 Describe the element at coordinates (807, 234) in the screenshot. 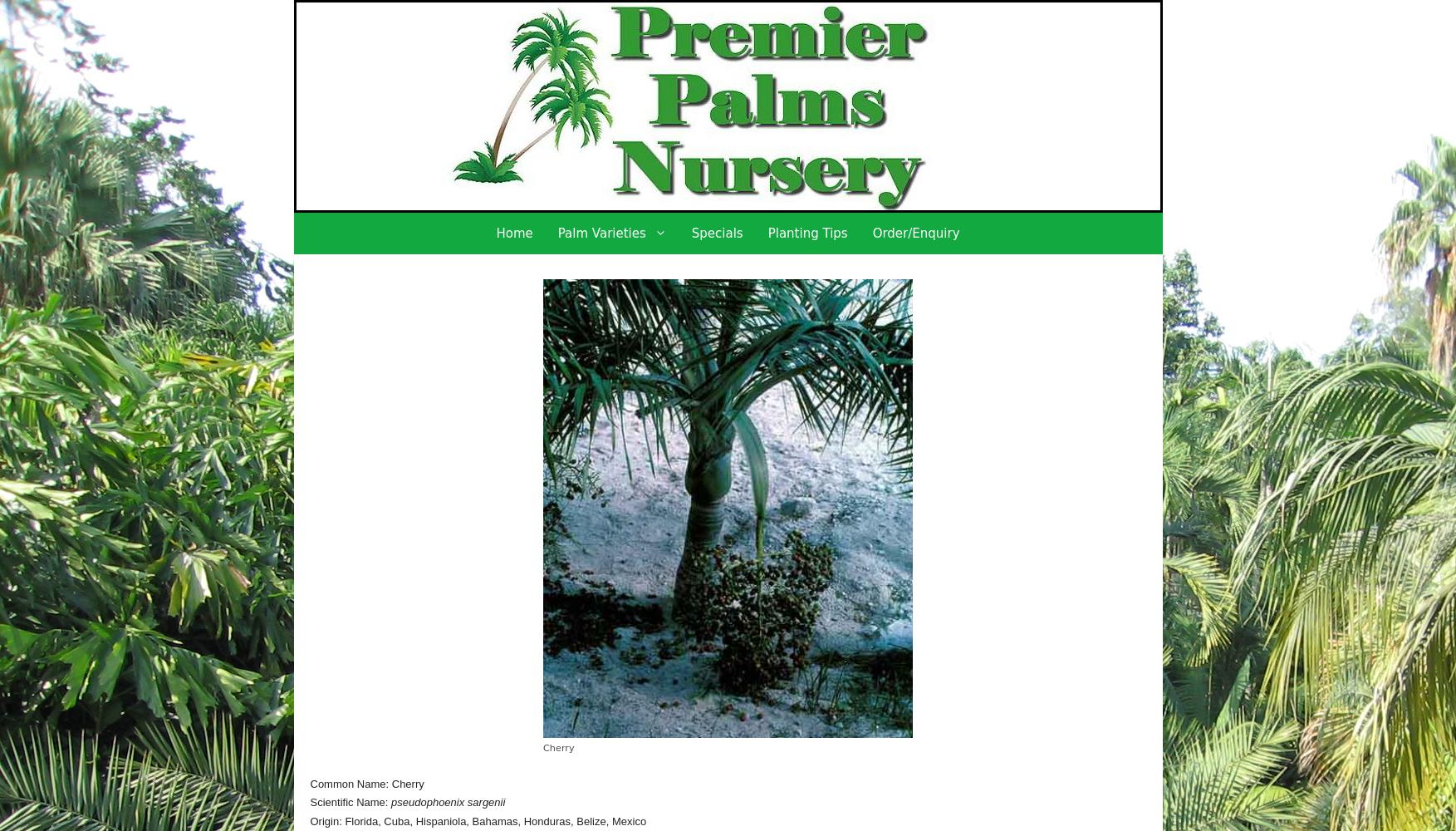

I see `'Planting Tips'` at that location.